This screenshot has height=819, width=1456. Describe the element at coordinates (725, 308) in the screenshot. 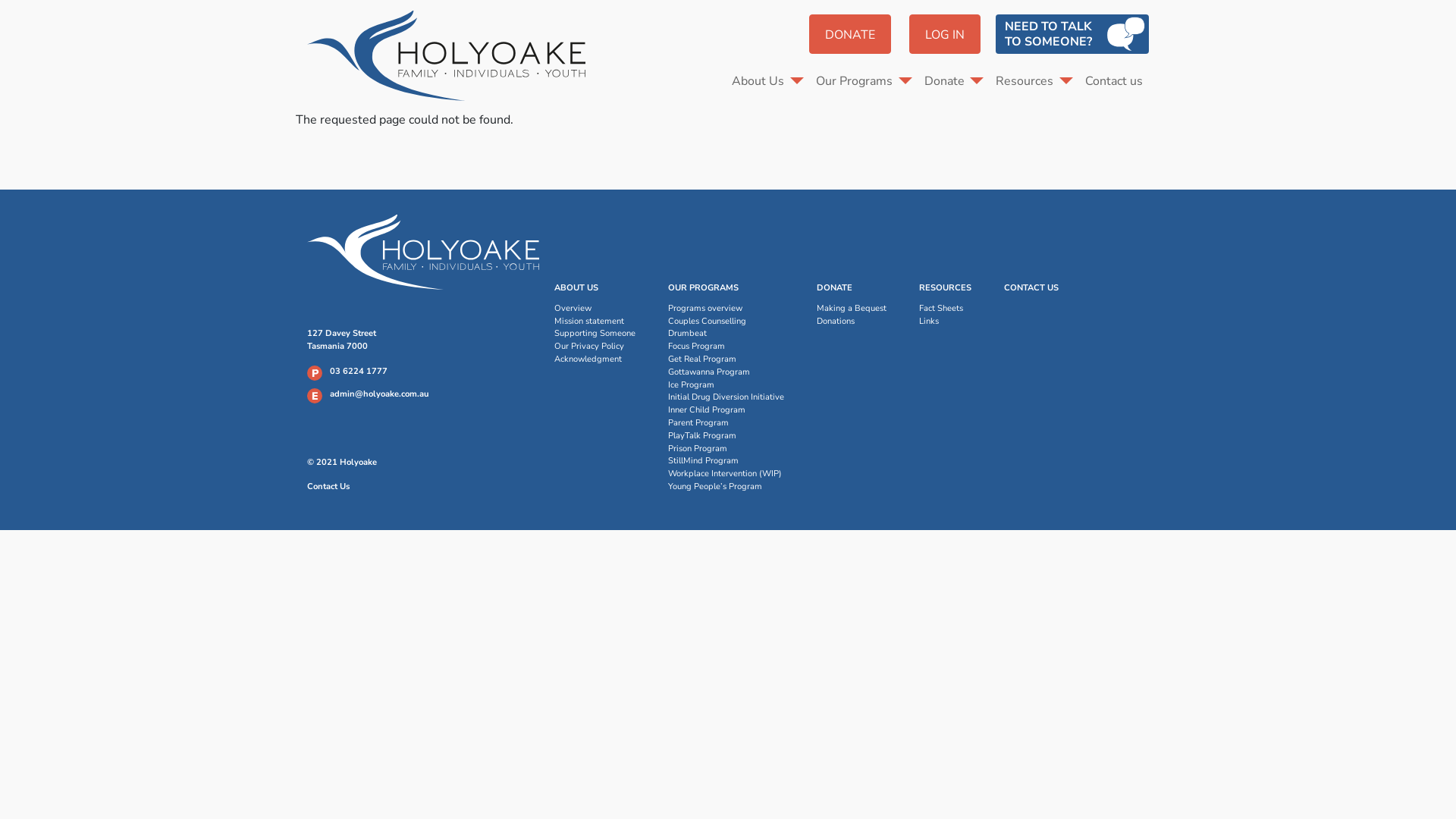

I see `'Programs overview'` at that location.